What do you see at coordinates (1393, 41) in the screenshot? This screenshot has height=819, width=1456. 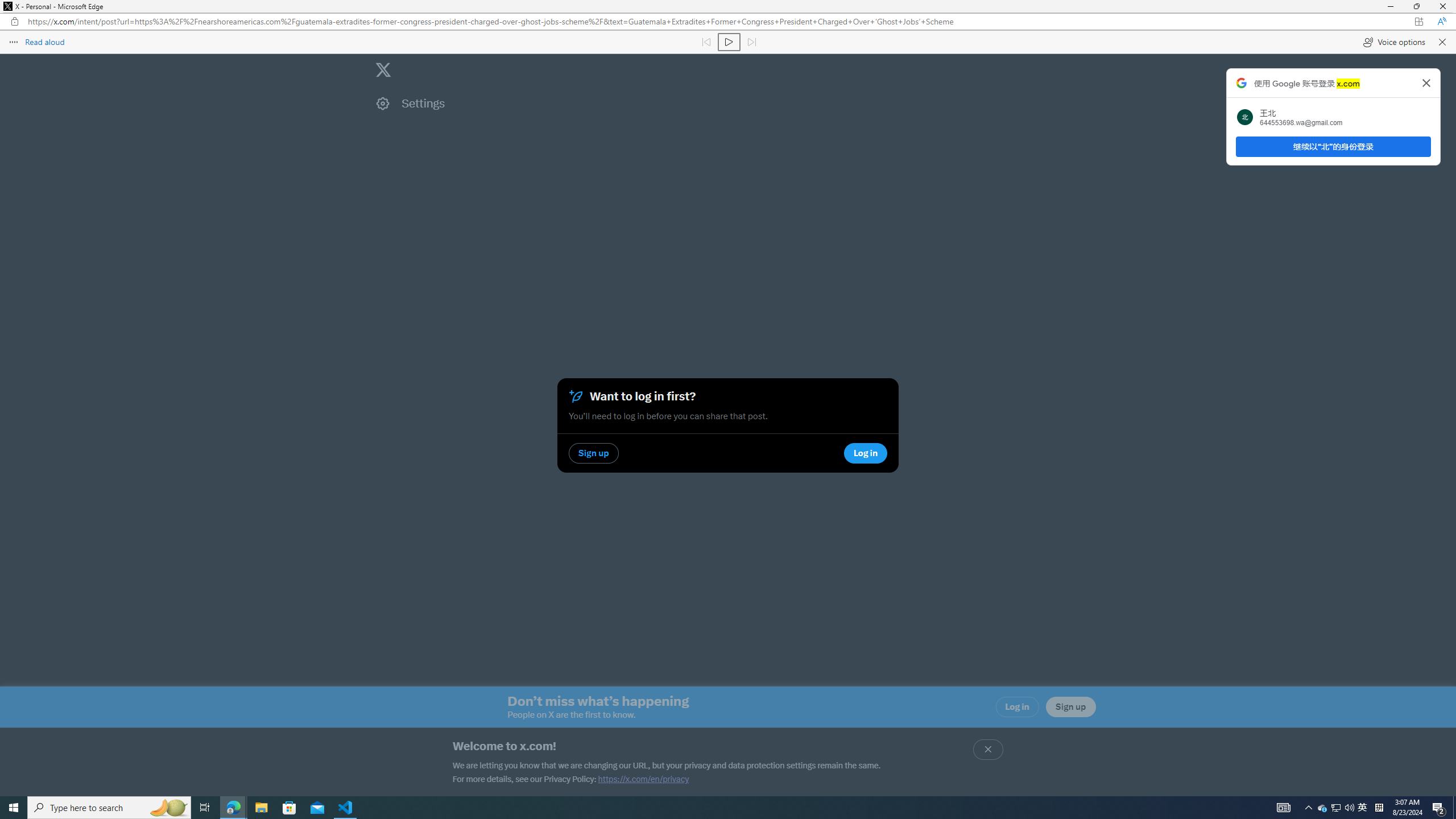 I see `'Voice options'` at bounding box center [1393, 41].